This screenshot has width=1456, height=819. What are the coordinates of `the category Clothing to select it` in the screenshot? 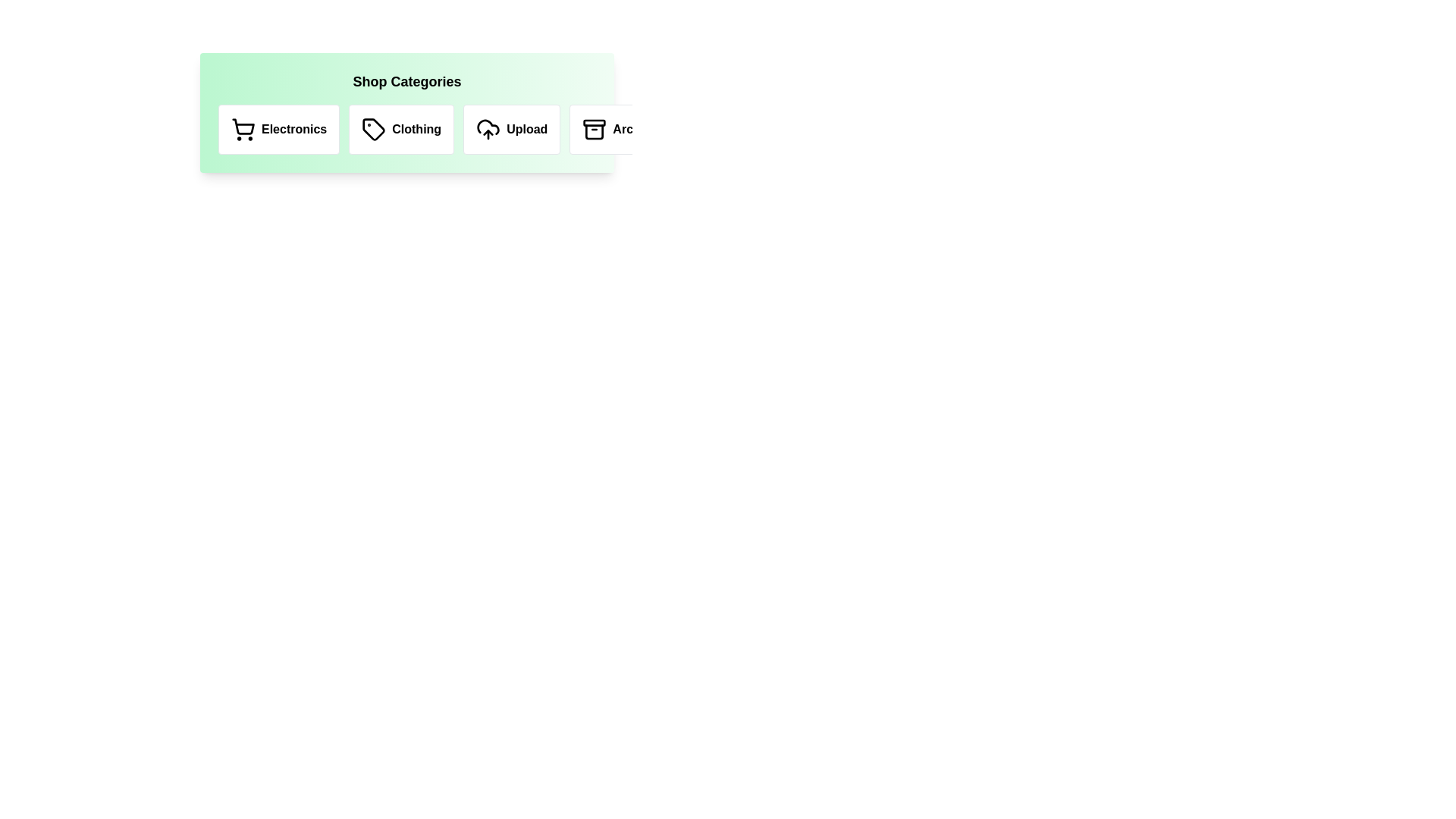 It's located at (400, 128).